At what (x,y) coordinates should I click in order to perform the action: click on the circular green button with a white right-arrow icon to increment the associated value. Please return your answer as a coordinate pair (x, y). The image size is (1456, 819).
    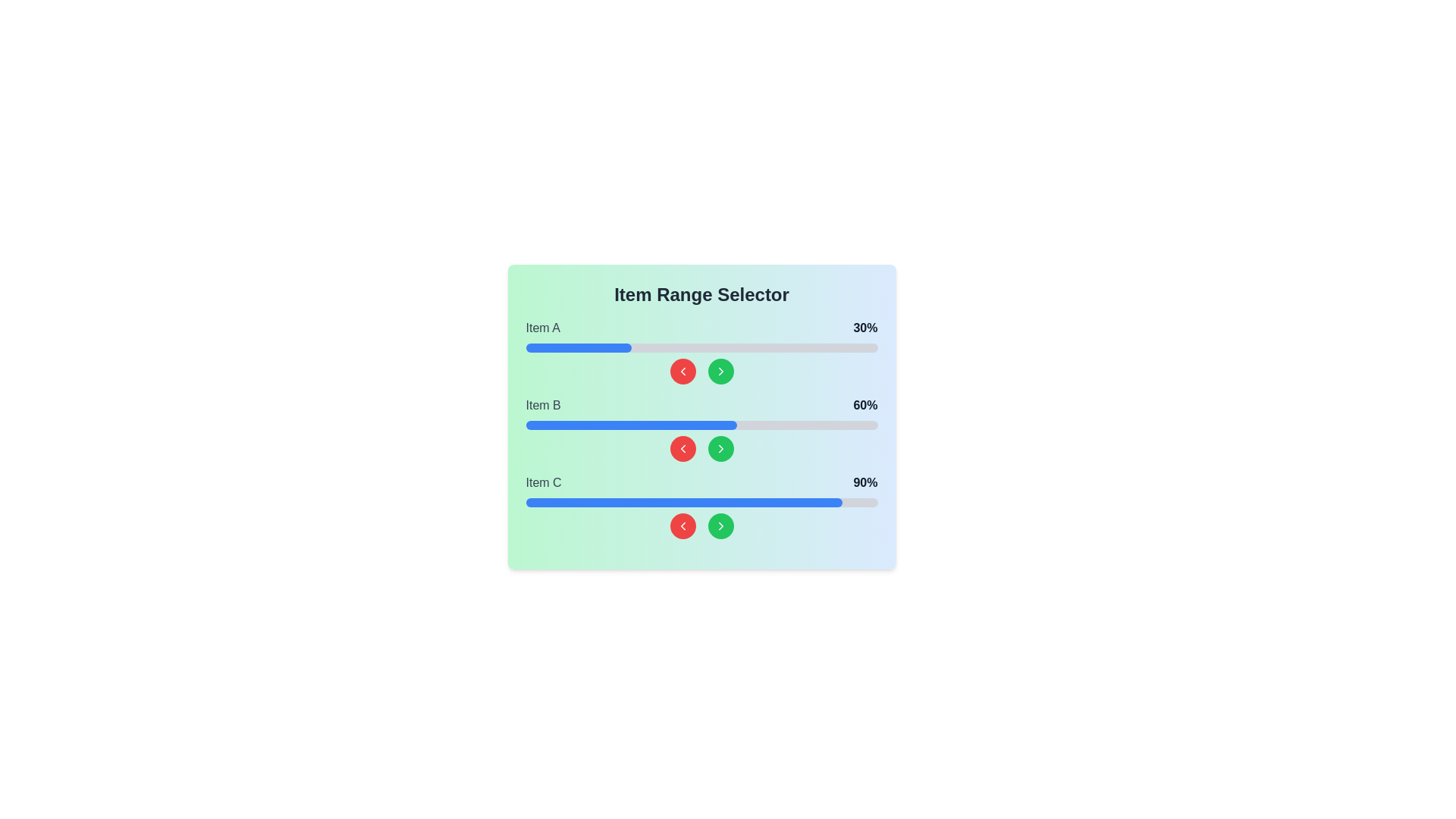
    Looking at the image, I should click on (720, 447).